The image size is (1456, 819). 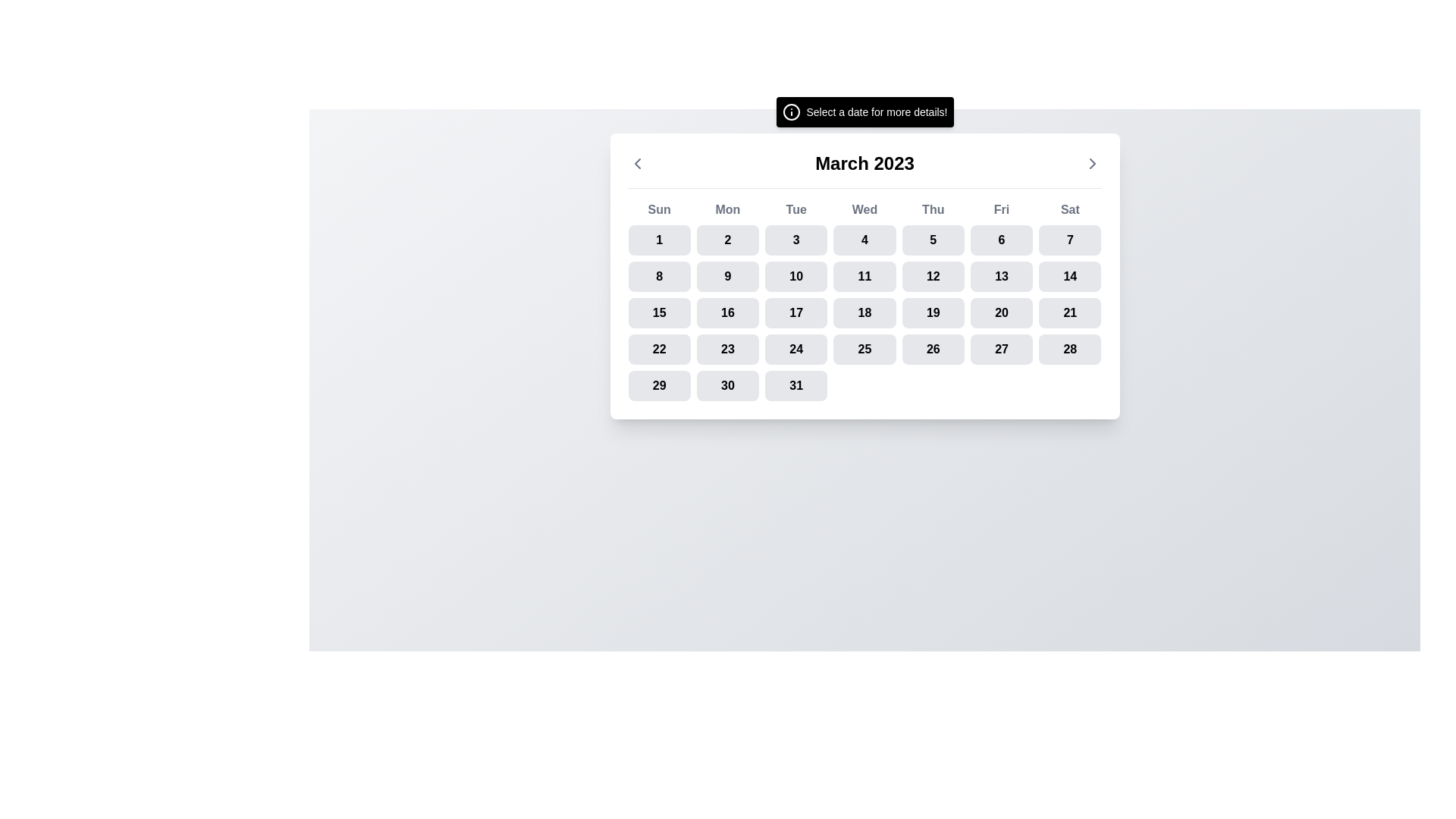 What do you see at coordinates (1069, 277) in the screenshot?
I see `the button labeled '14' in the bottom-right corner of the calendar grid` at bounding box center [1069, 277].